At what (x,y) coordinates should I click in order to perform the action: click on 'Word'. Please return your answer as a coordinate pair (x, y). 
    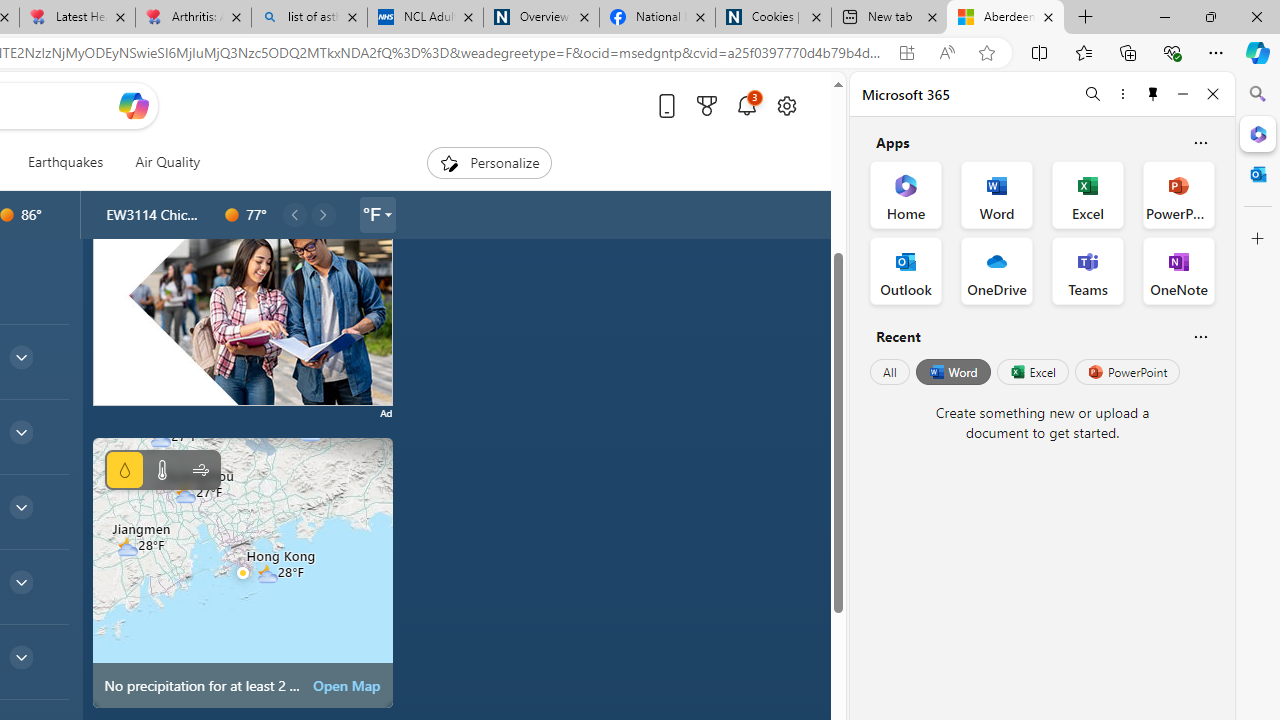
    Looking at the image, I should click on (951, 372).